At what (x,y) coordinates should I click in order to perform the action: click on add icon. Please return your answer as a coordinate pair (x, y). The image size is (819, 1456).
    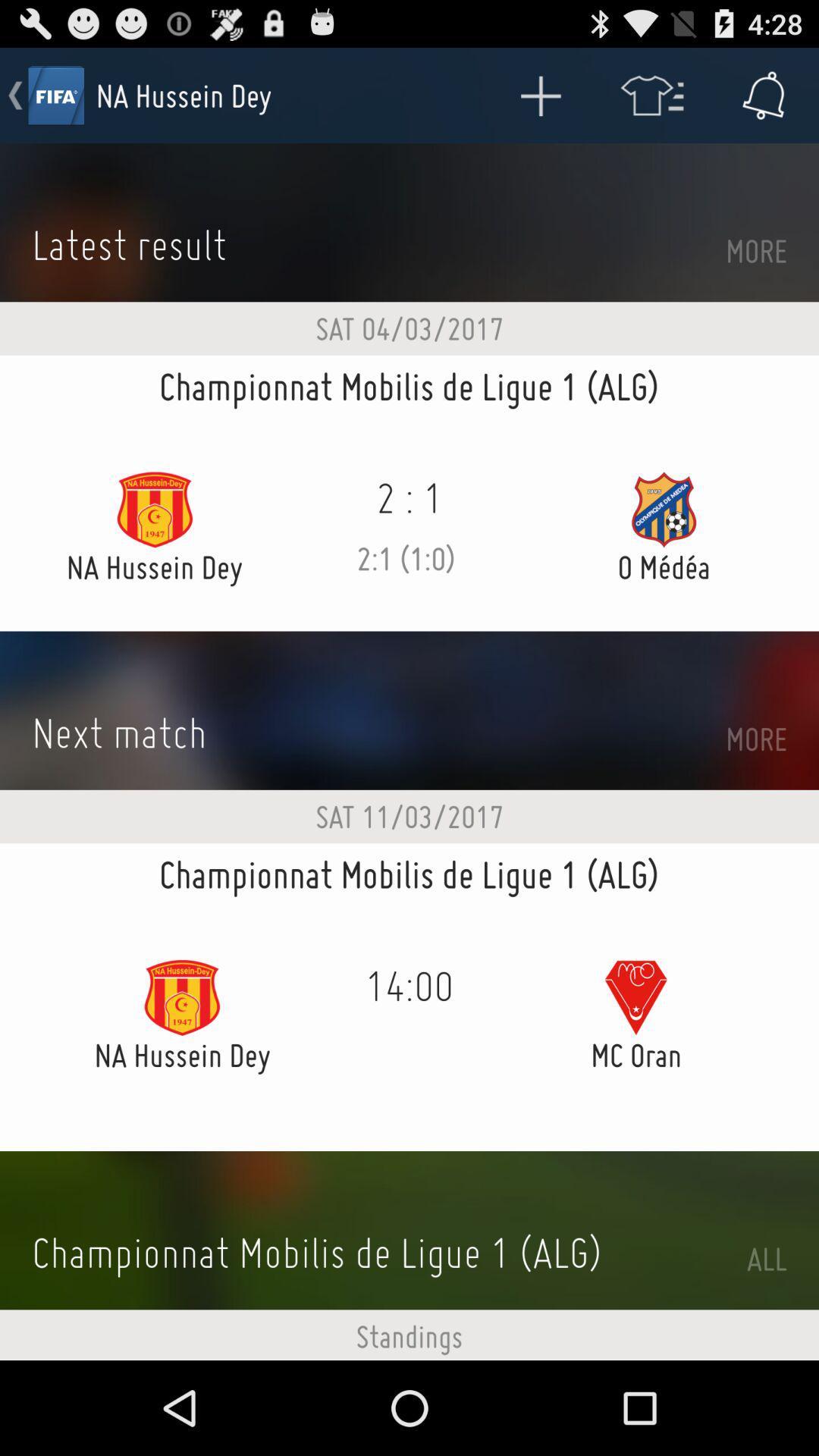
    Looking at the image, I should click on (539, 94).